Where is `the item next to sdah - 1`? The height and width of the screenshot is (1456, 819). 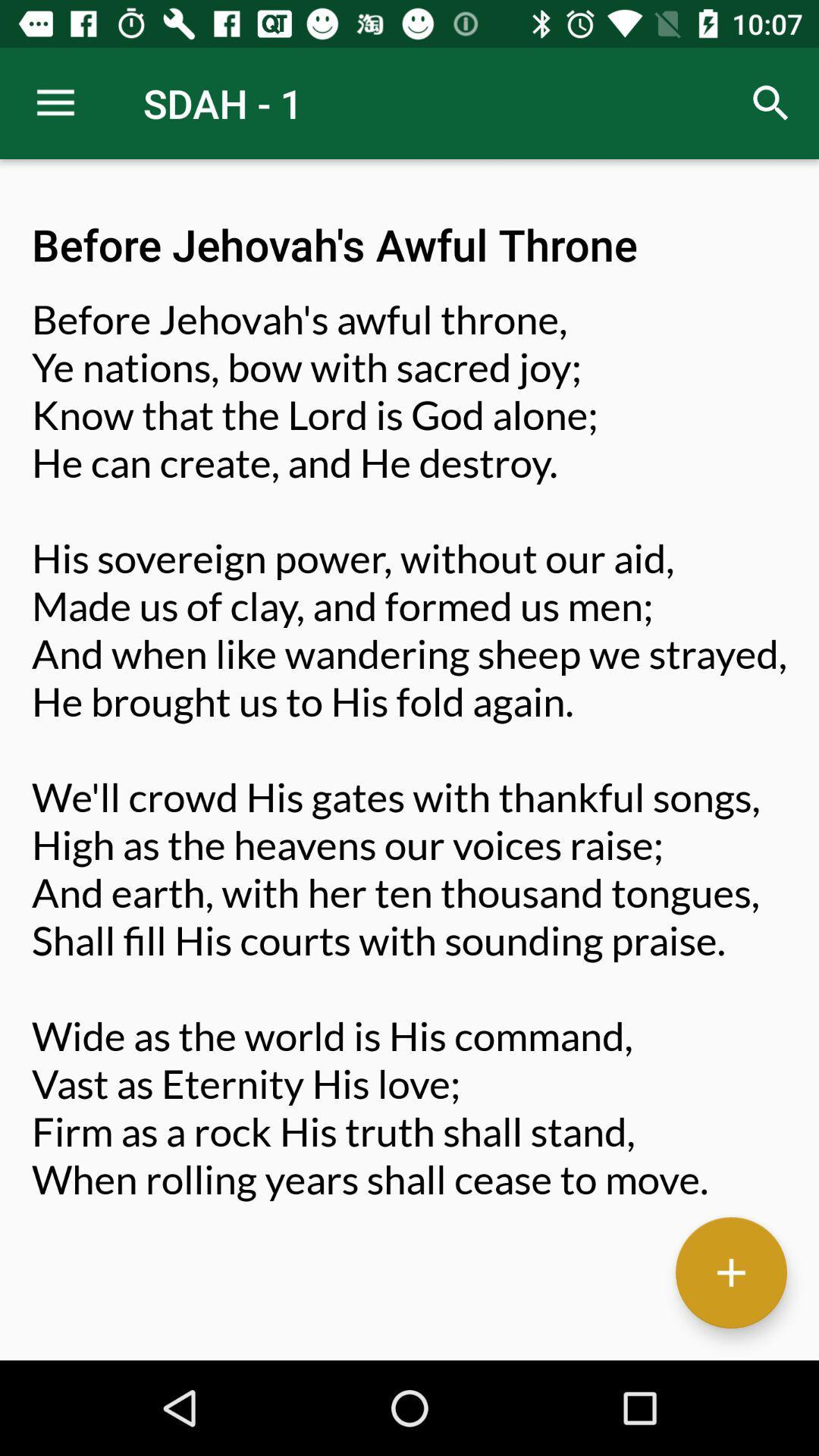
the item next to sdah - 1 is located at coordinates (771, 102).